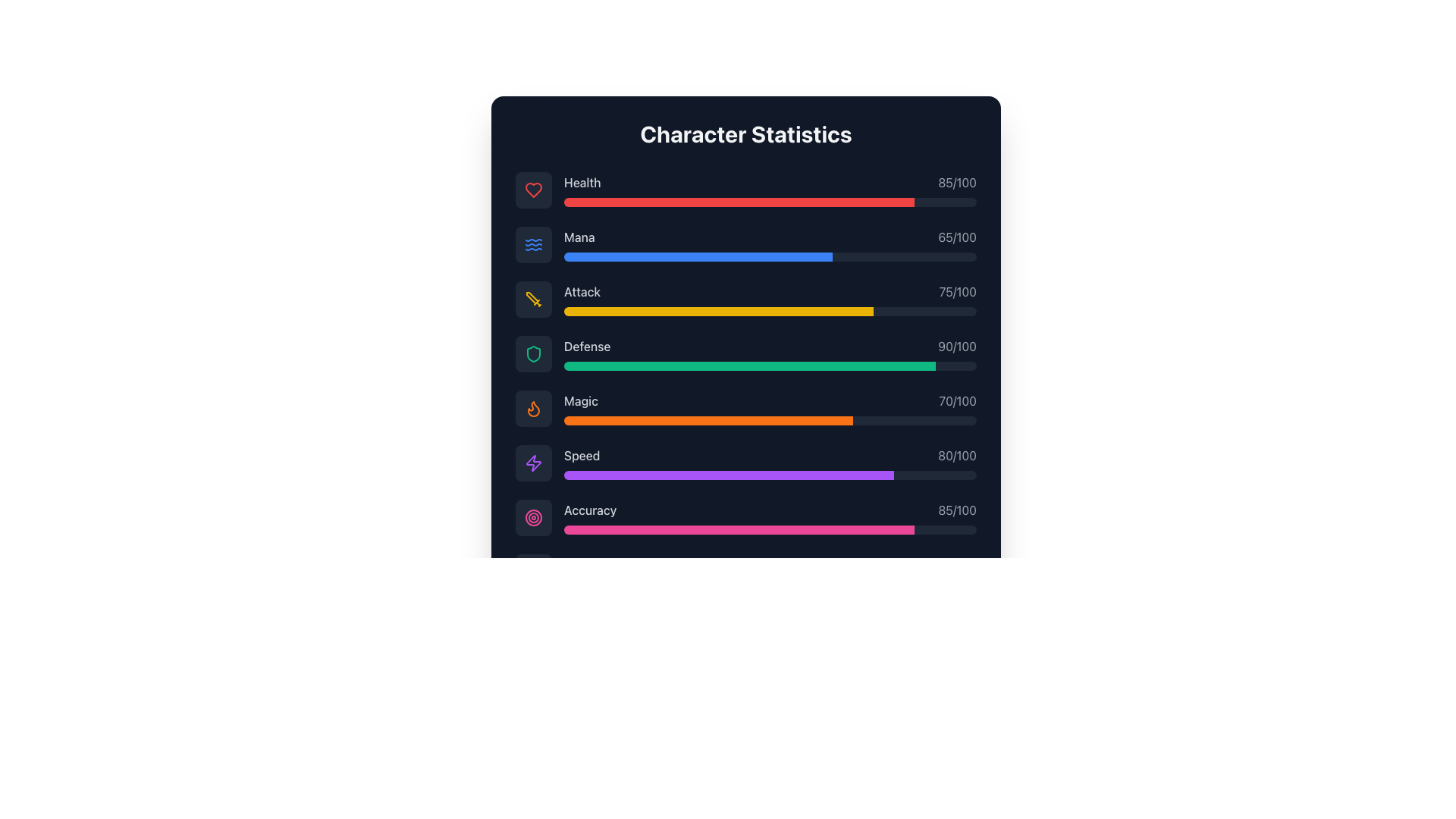 The width and height of the screenshot is (1456, 819). I want to click on the 'Attack' text label styled in gray color within the character statistics list, located to the left of a yellow progress bar, so click(582, 292).